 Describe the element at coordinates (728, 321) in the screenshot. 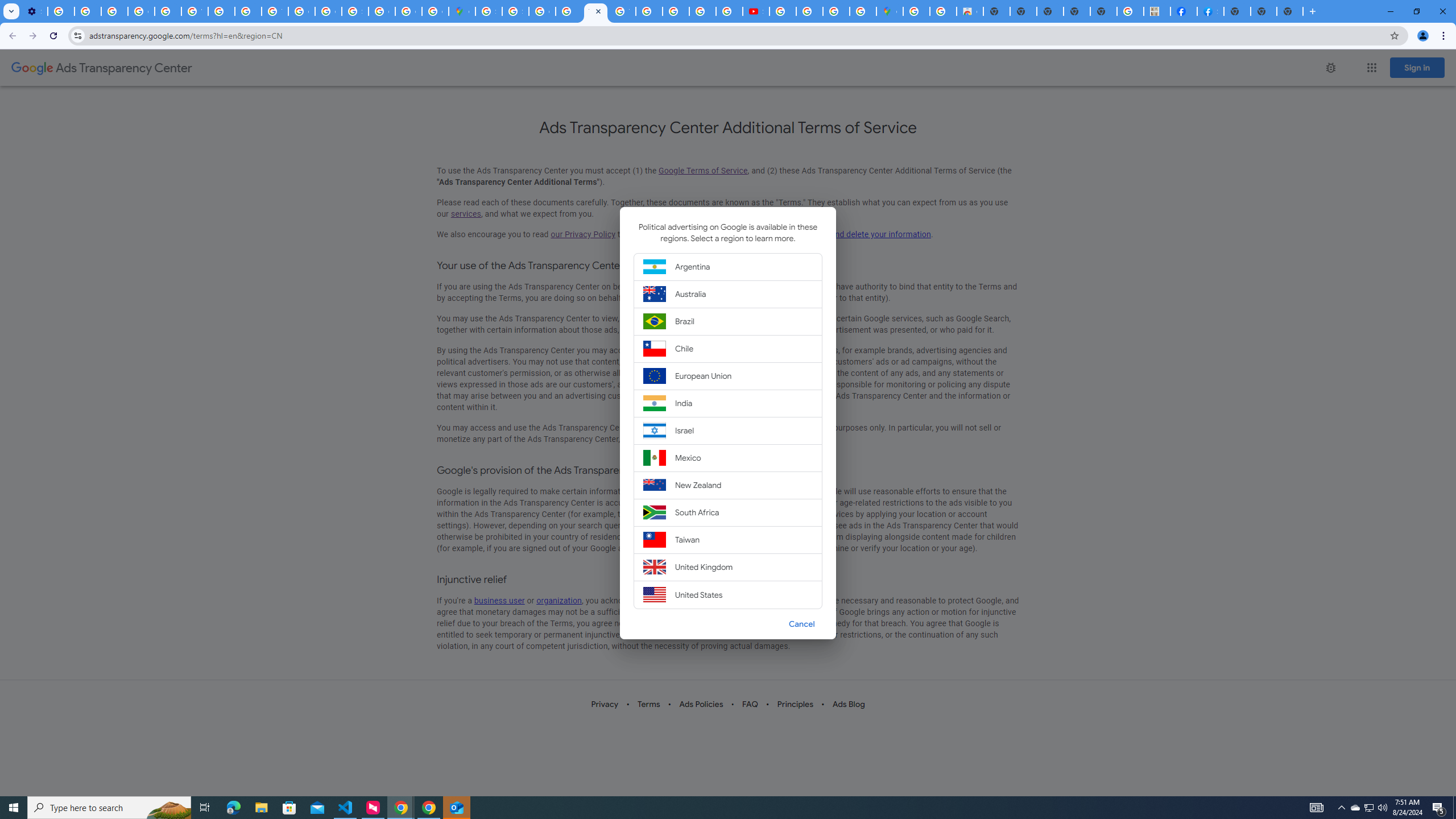

I see `'Brazil'` at that location.